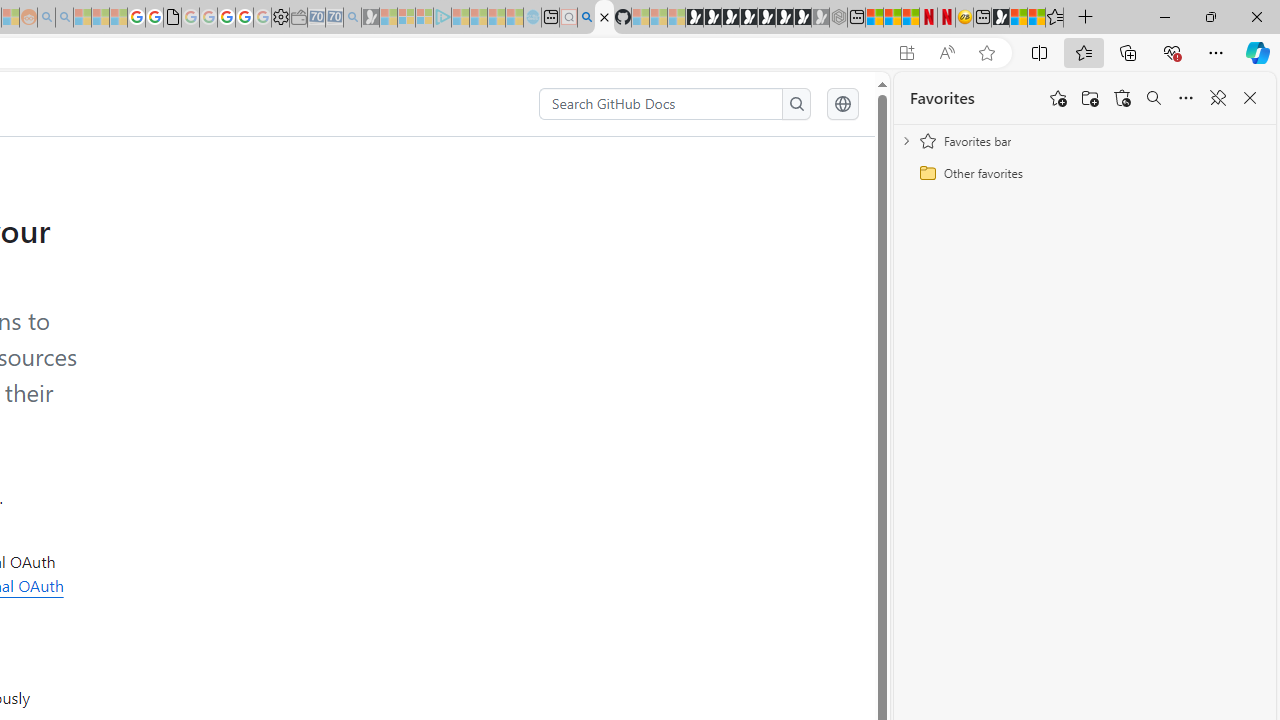  Describe the element at coordinates (1255, 16) in the screenshot. I see `'Close'` at that location.